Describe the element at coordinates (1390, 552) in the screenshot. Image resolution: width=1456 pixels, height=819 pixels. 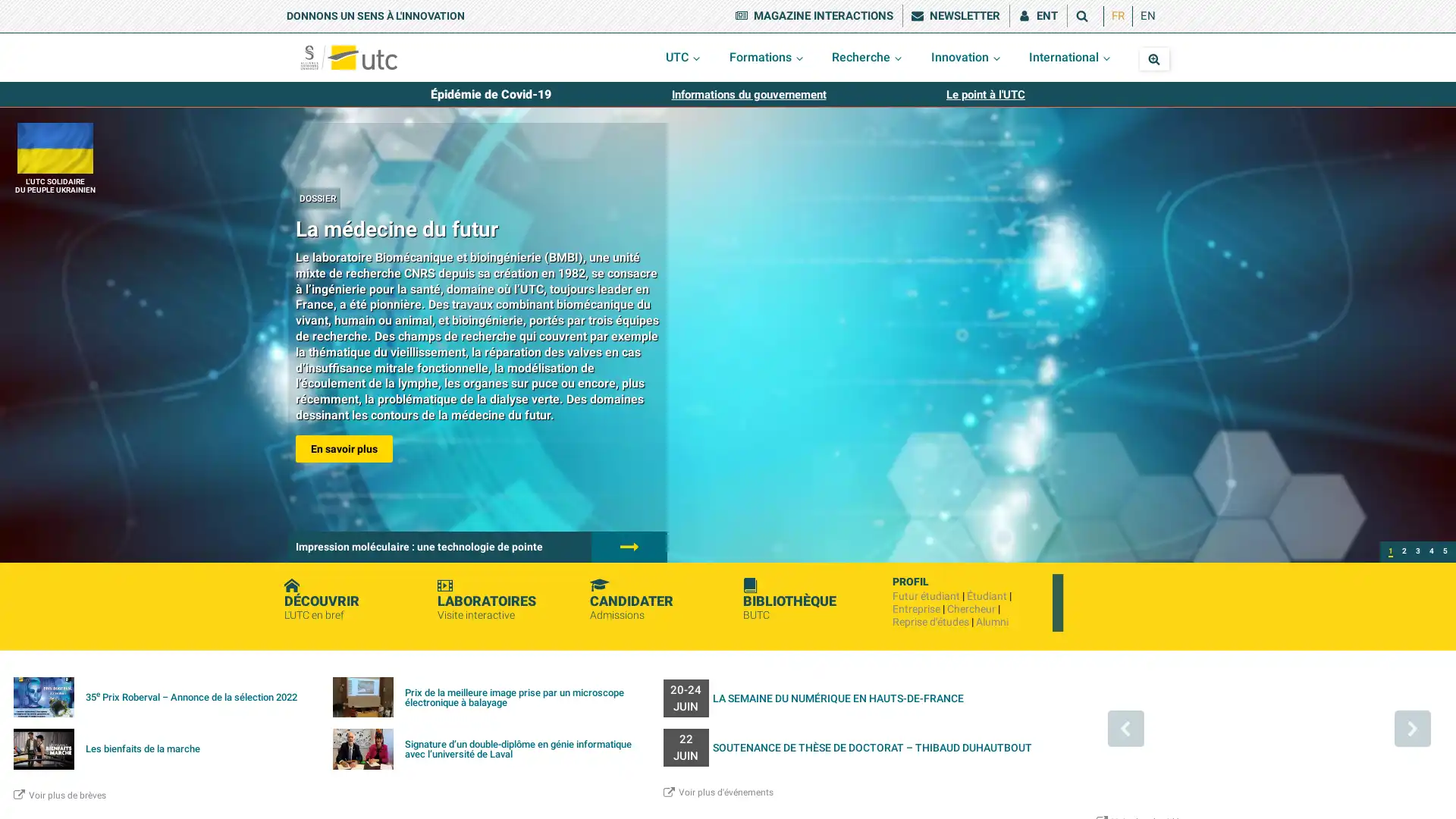
I see `La medecine du futur` at that location.